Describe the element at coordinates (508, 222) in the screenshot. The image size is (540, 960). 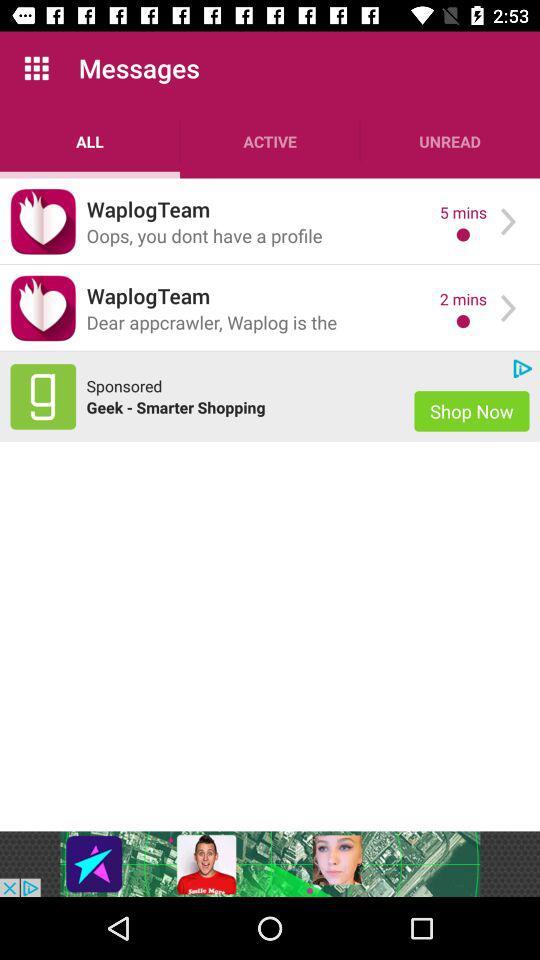
I see `the first arrow` at that location.